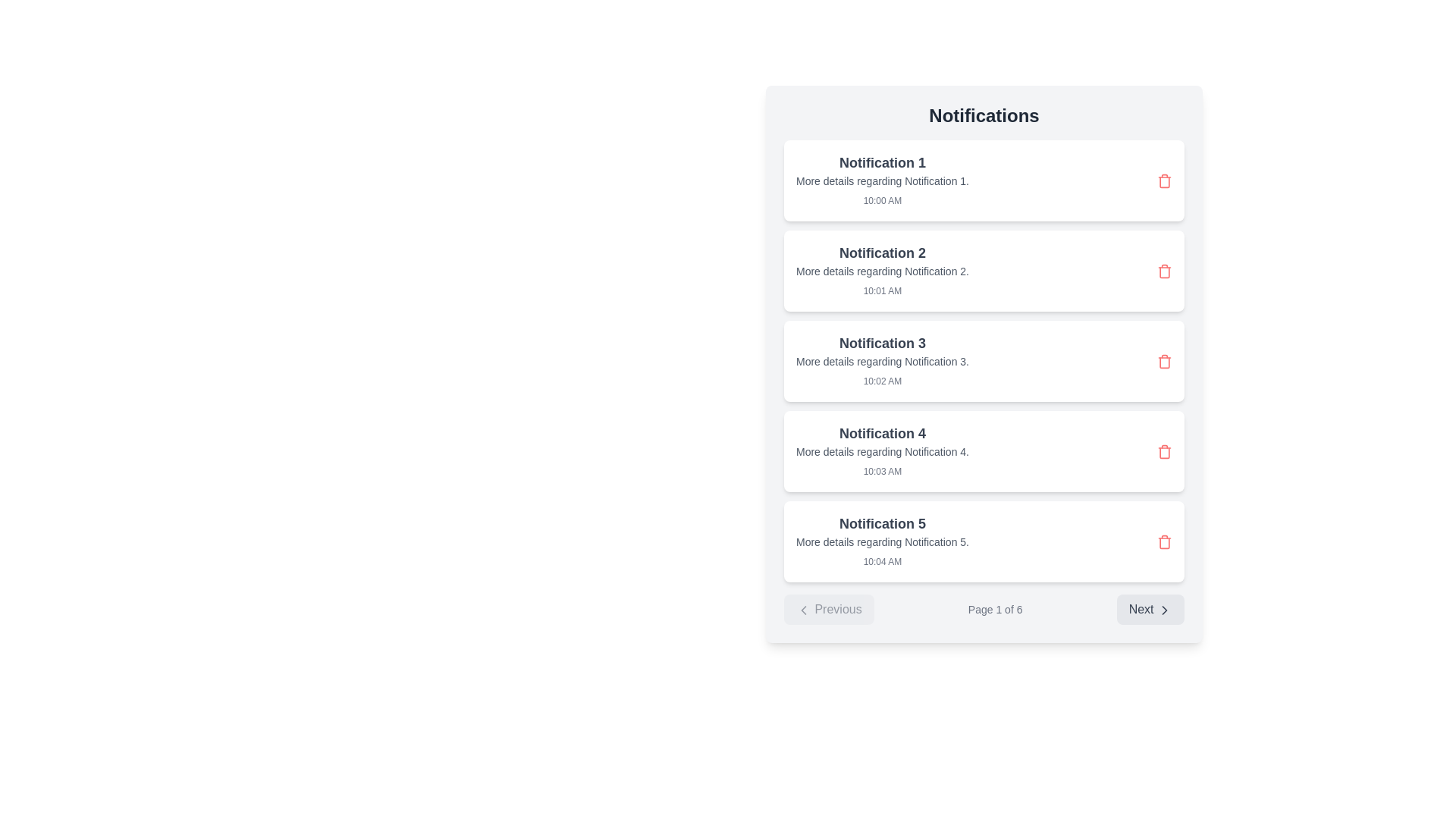 The height and width of the screenshot is (819, 1456). What do you see at coordinates (1164, 270) in the screenshot?
I see `the red trash can icon button located at the far right side of the notification titled 'Notification 2'` at bounding box center [1164, 270].